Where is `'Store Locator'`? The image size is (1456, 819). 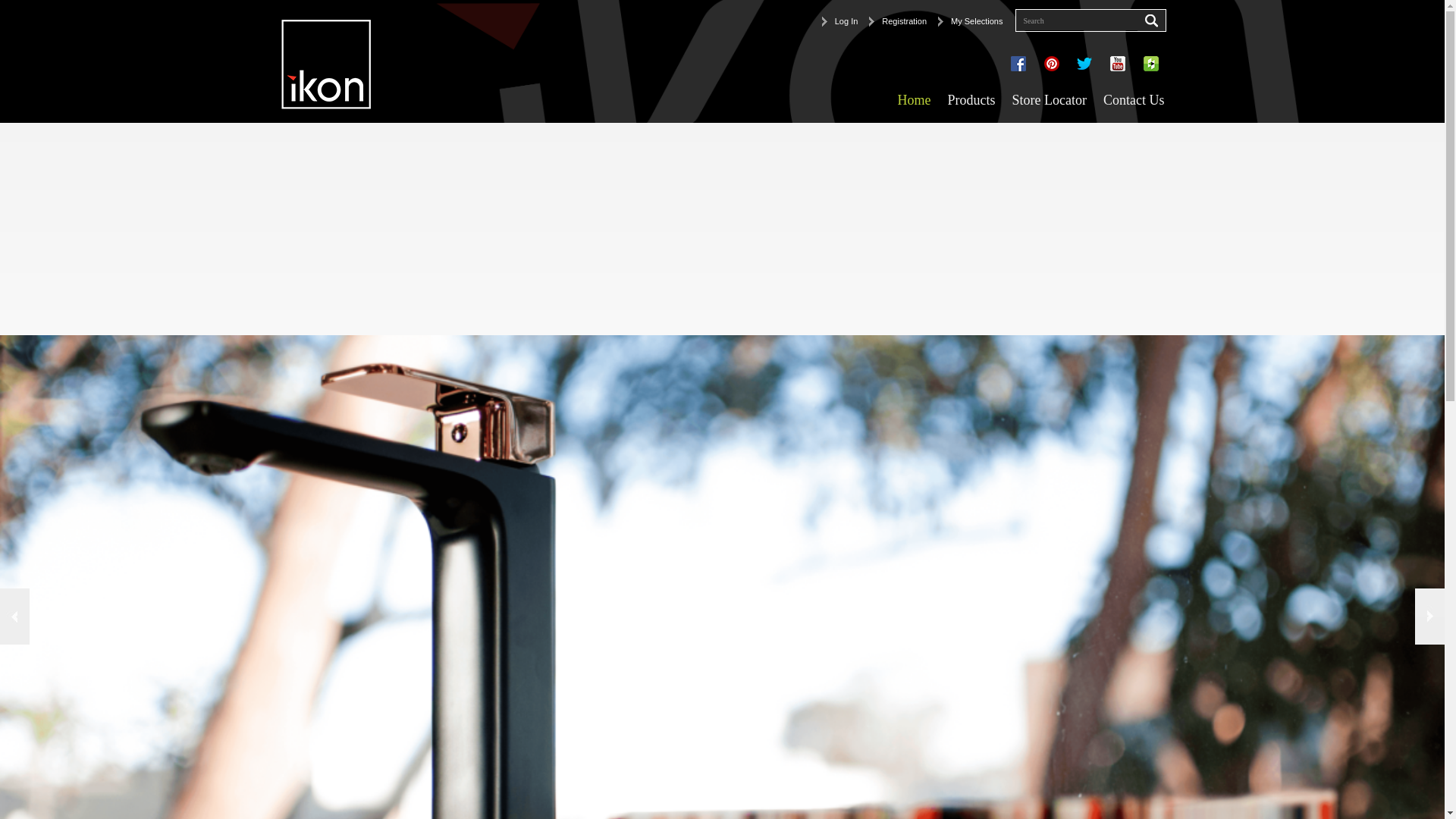
'Store Locator' is located at coordinates (1048, 100).